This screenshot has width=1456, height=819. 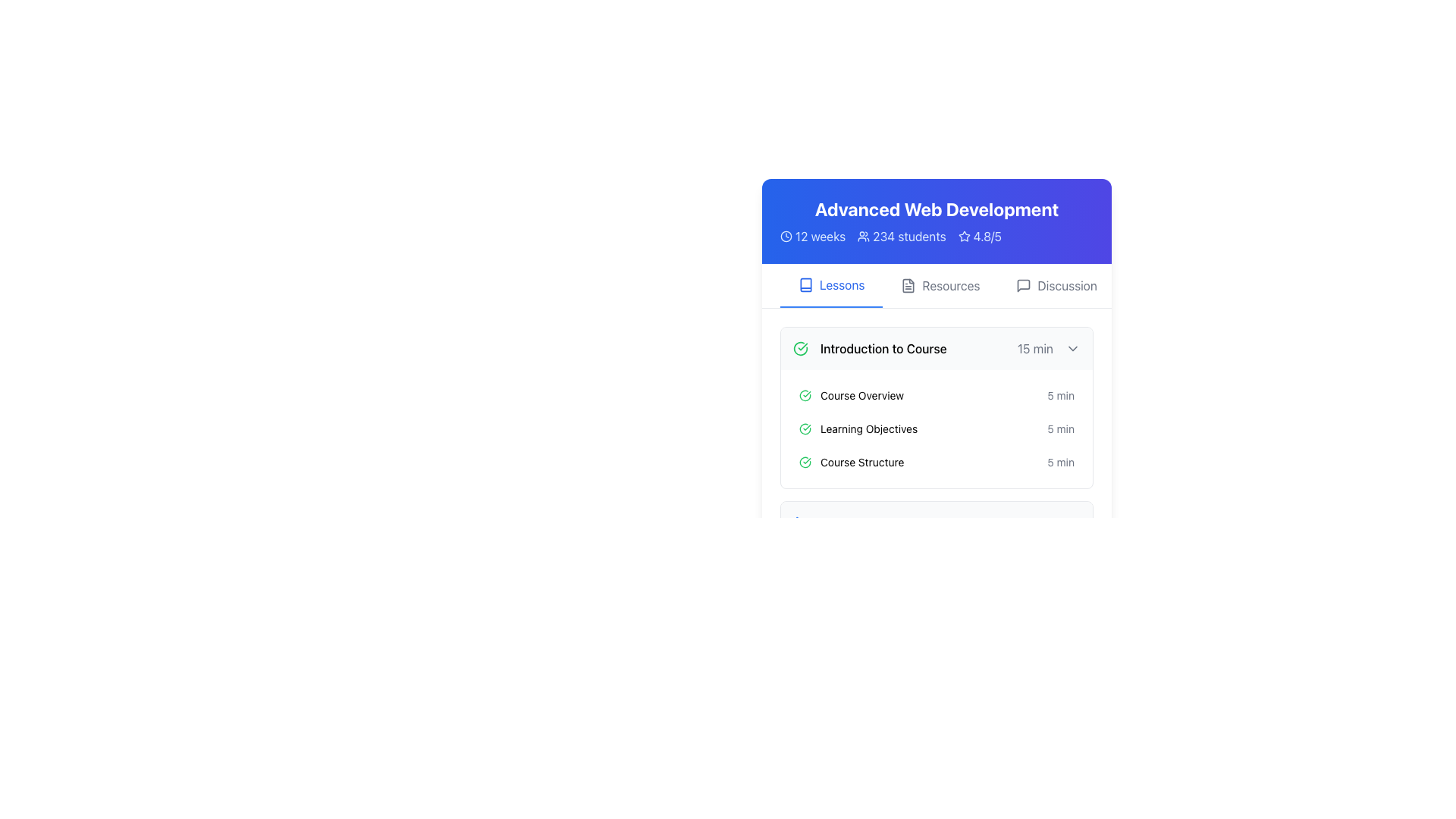 I want to click on the completion status icon for the 'Course Structure' item located at the far left of its row, so click(x=804, y=461).